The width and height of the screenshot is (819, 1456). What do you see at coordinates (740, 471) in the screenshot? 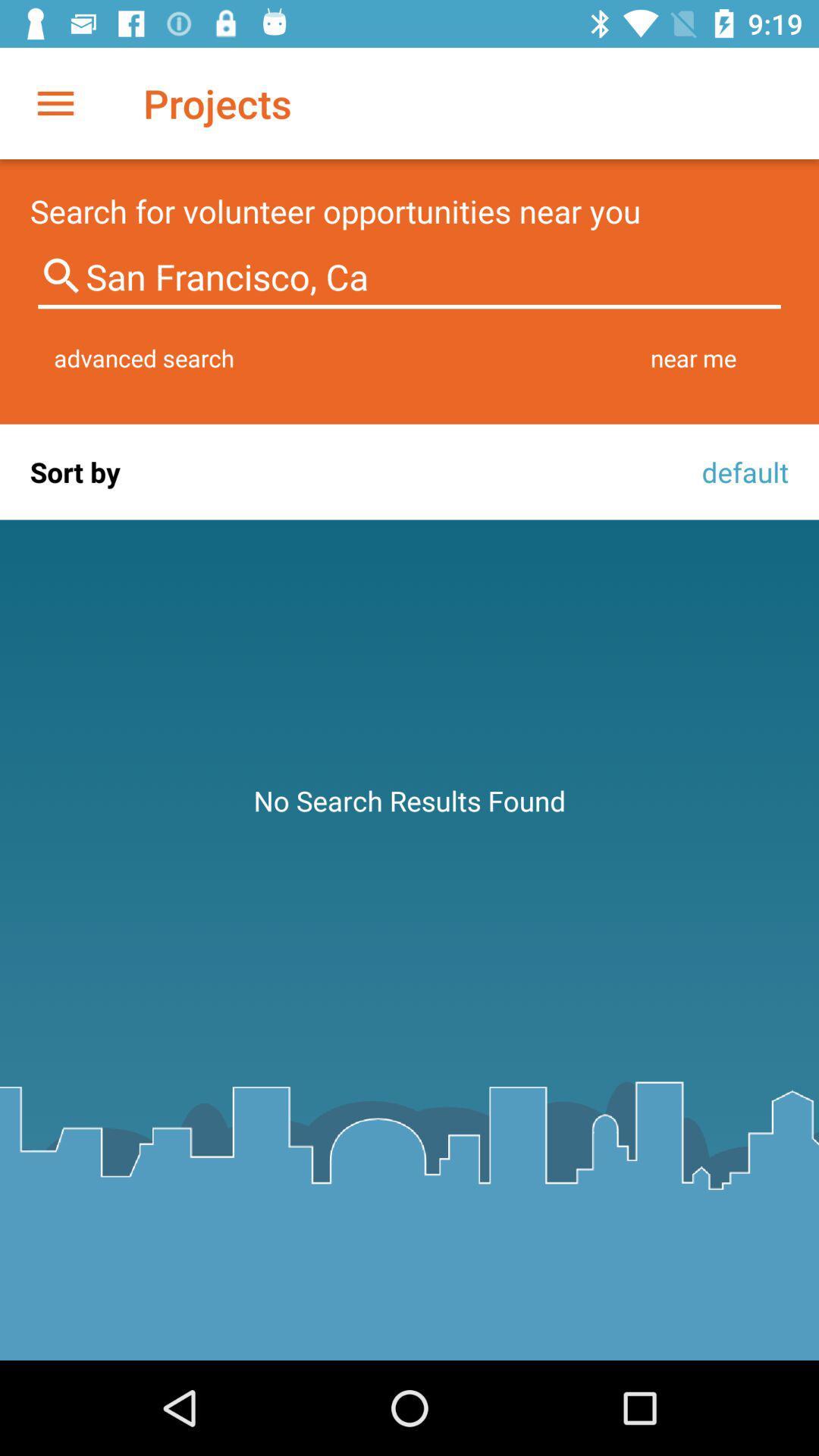
I see `icon above the no search results icon` at bounding box center [740, 471].